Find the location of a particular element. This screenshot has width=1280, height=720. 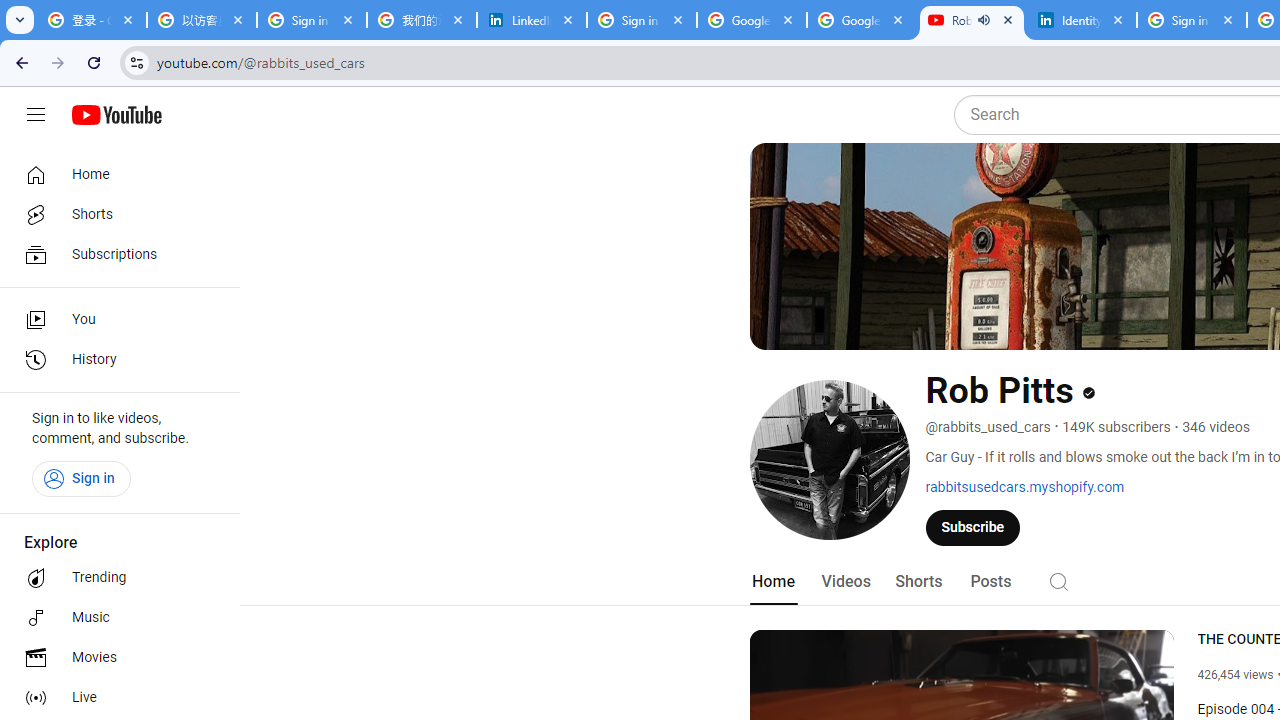

'Shorts' is located at coordinates (917, 581).